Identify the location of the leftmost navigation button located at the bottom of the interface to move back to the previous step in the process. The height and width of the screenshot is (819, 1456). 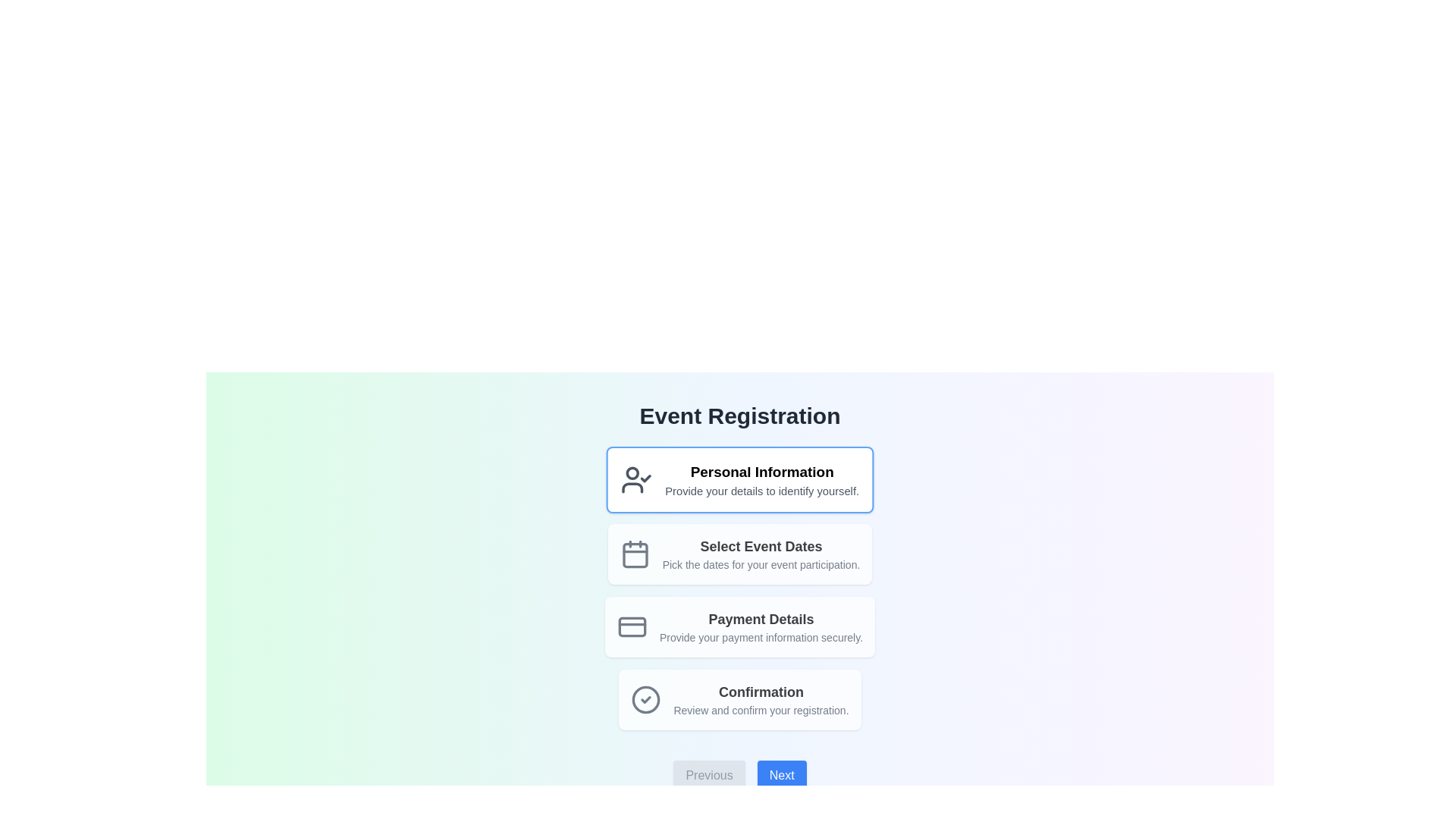
(708, 775).